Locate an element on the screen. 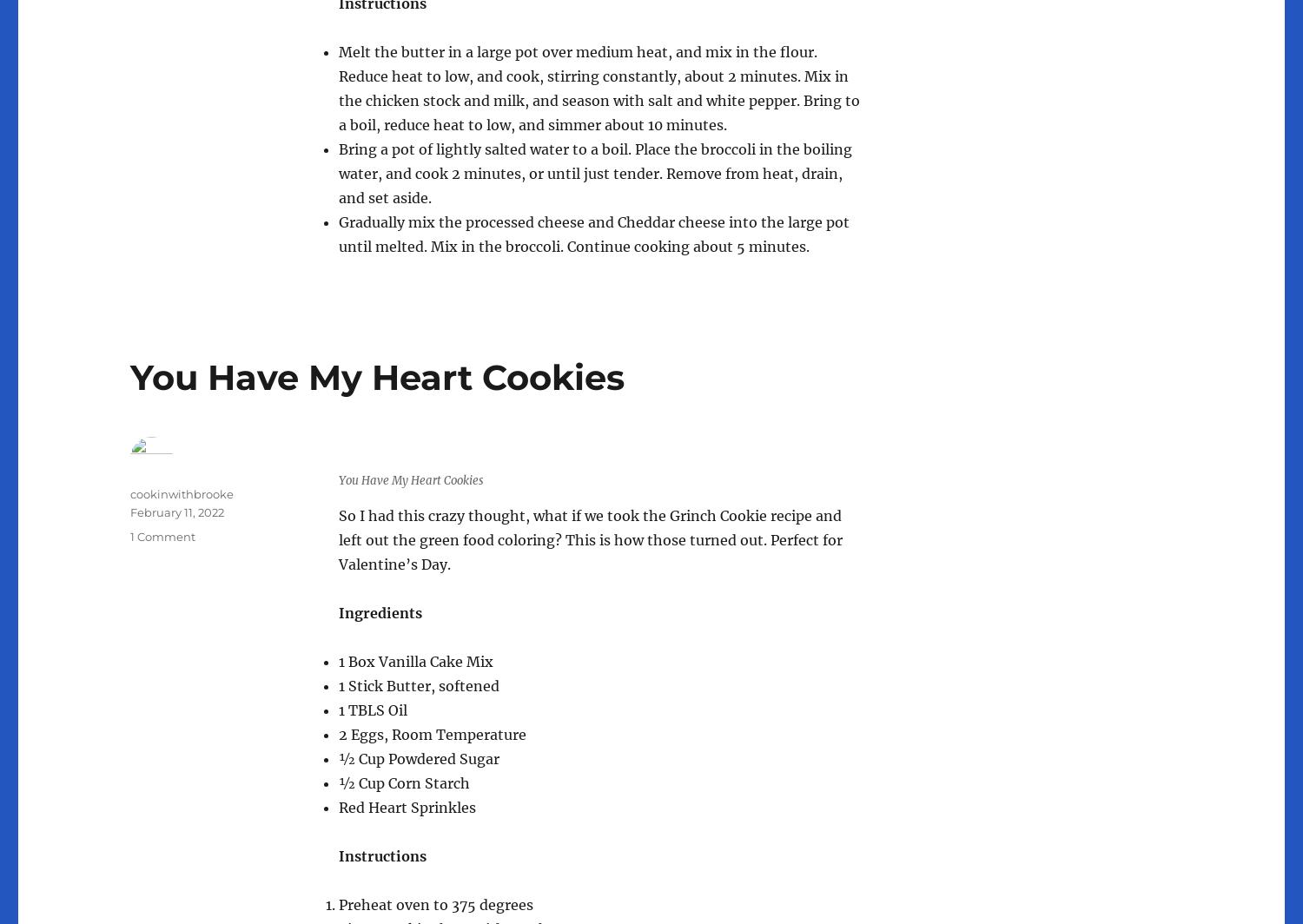 Image resolution: width=1303 pixels, height=924 pixels. 'Preheat oven to 375 degrees' is located at coordinates (436, 904).